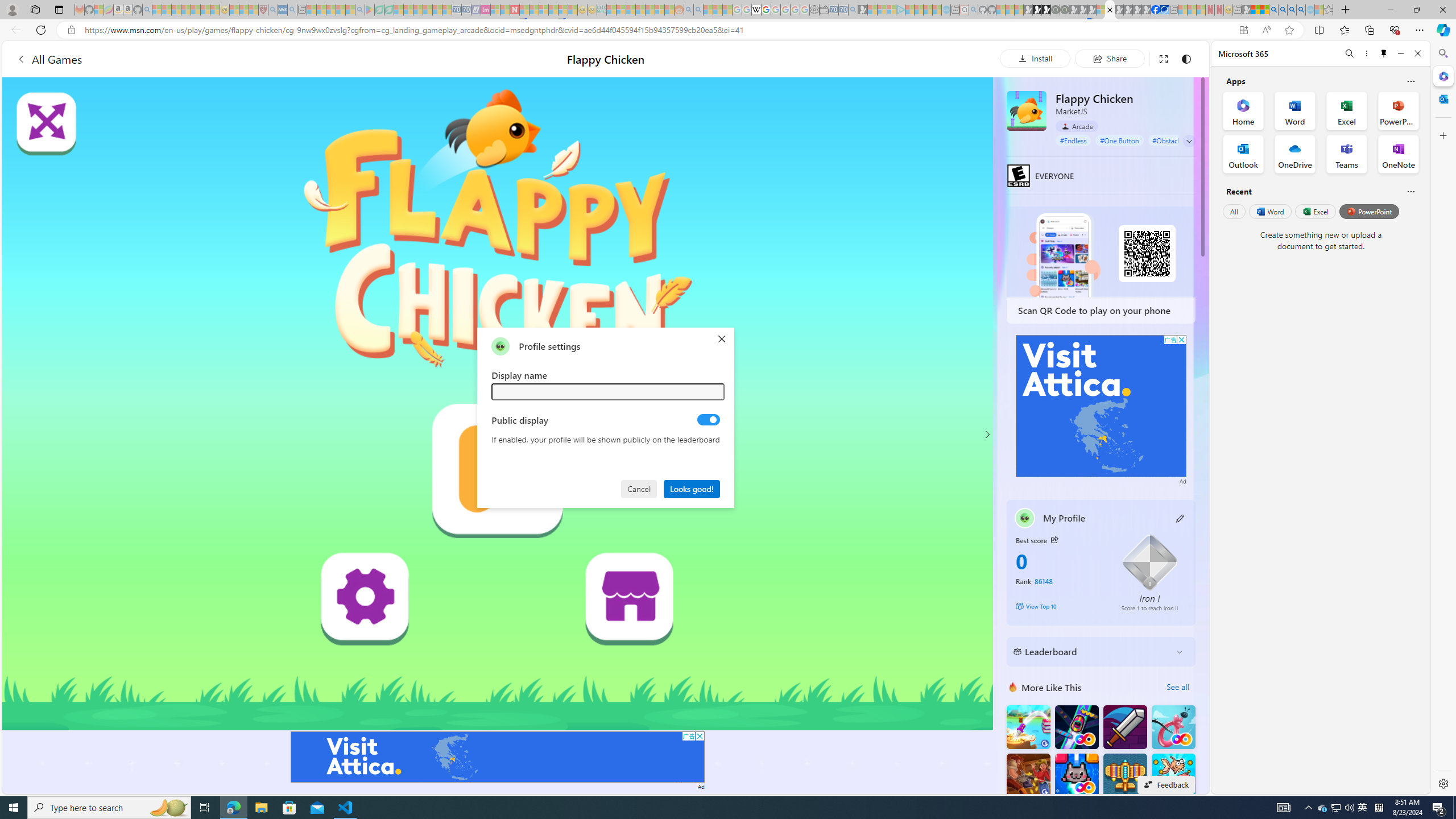 This screenshot has width=1456, height=819. Describe the element at coordinates (35, 9) in the screenshot. I see `'Workspaces'` at that location.